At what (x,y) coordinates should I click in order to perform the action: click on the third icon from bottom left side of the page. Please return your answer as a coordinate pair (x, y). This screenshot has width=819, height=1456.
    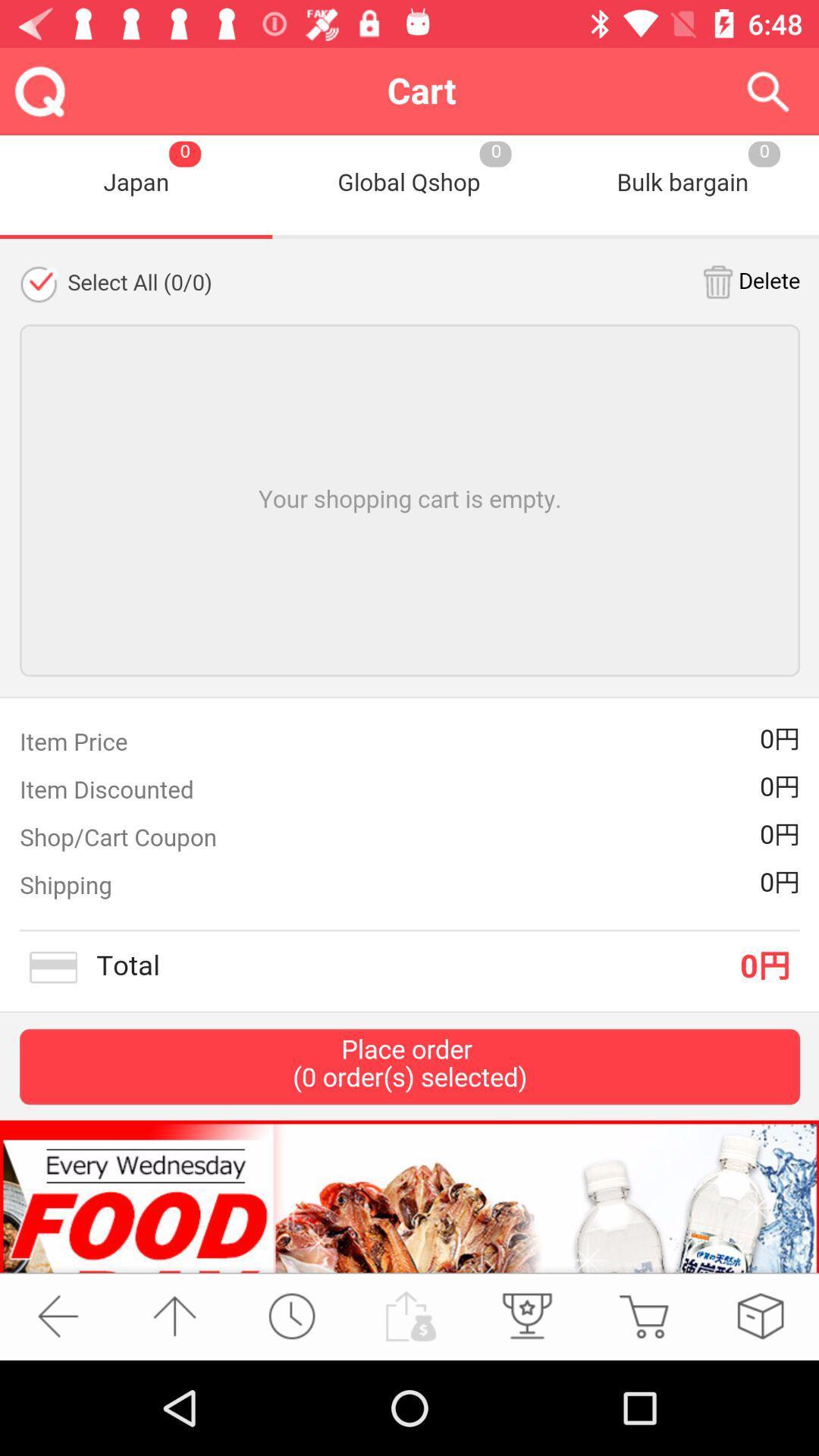
    Looking at the image, I should click on (526, 1316).